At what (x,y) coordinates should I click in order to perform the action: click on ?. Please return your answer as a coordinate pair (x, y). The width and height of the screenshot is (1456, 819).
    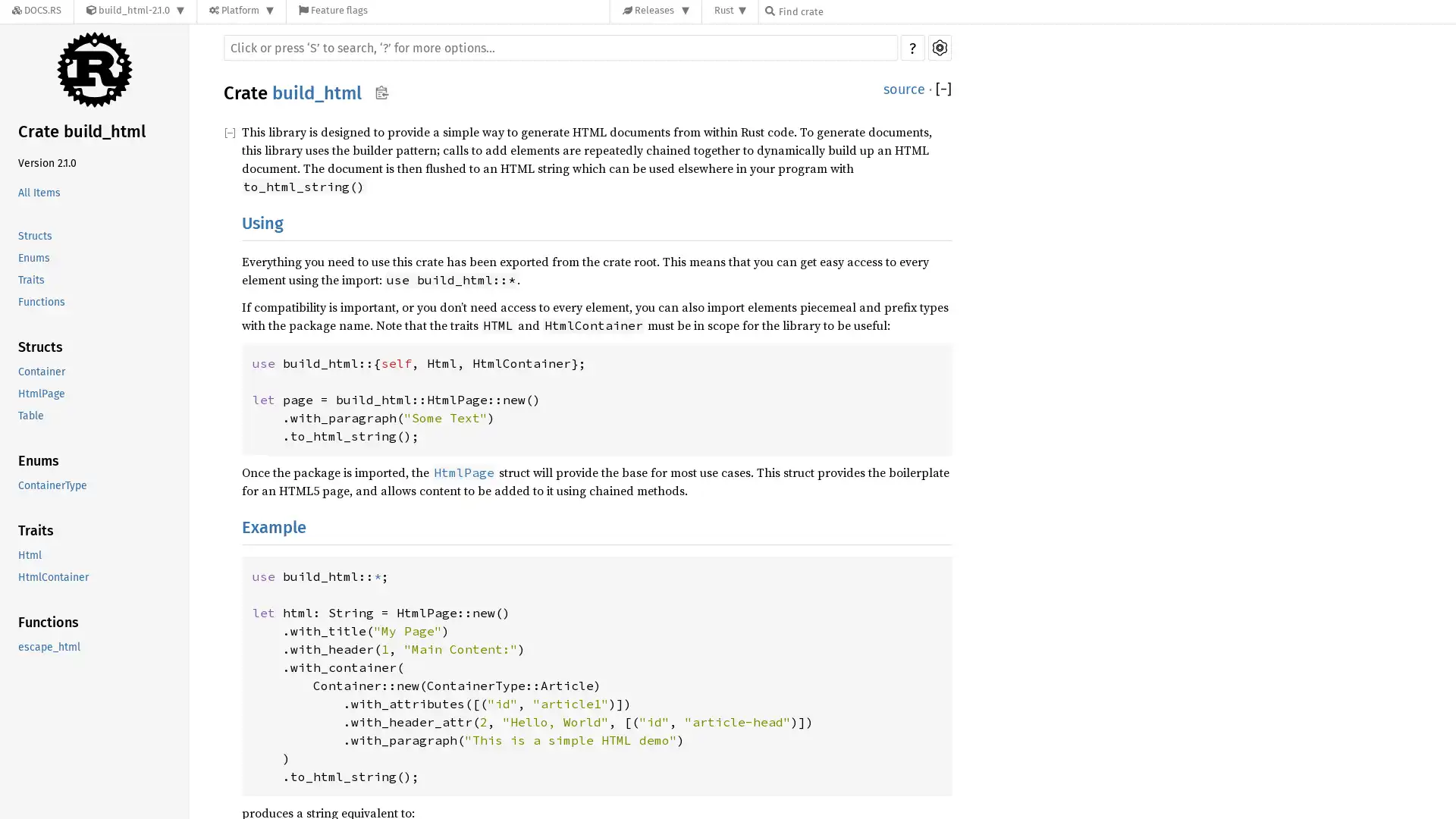
    Looking at the image, I should click on (912, 46).